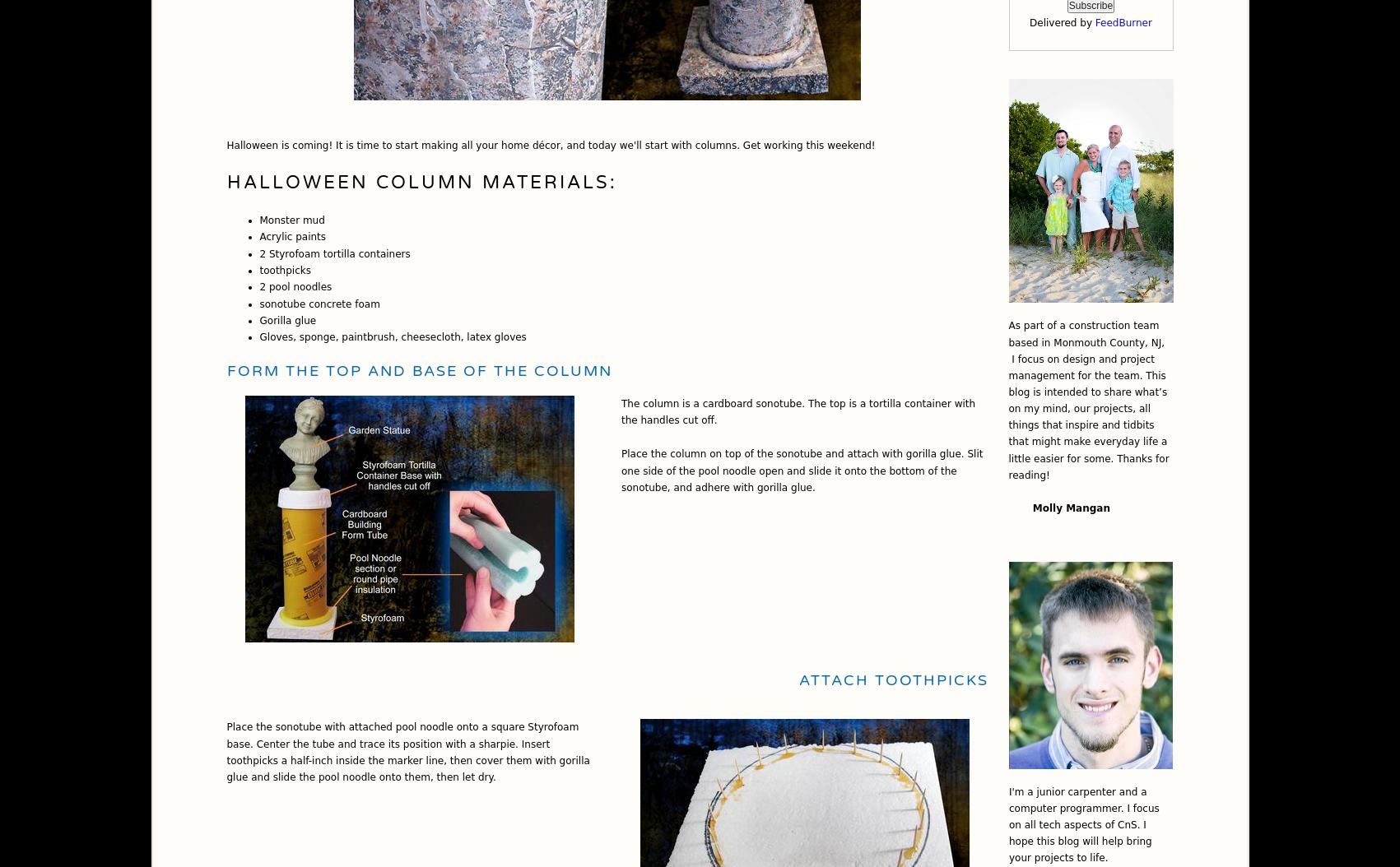 This screenshot has height=867, width=1400. Describe the element at coordinates (421, 182) in the screenshot. I see `'Halloween Column Materials:'` at that location.